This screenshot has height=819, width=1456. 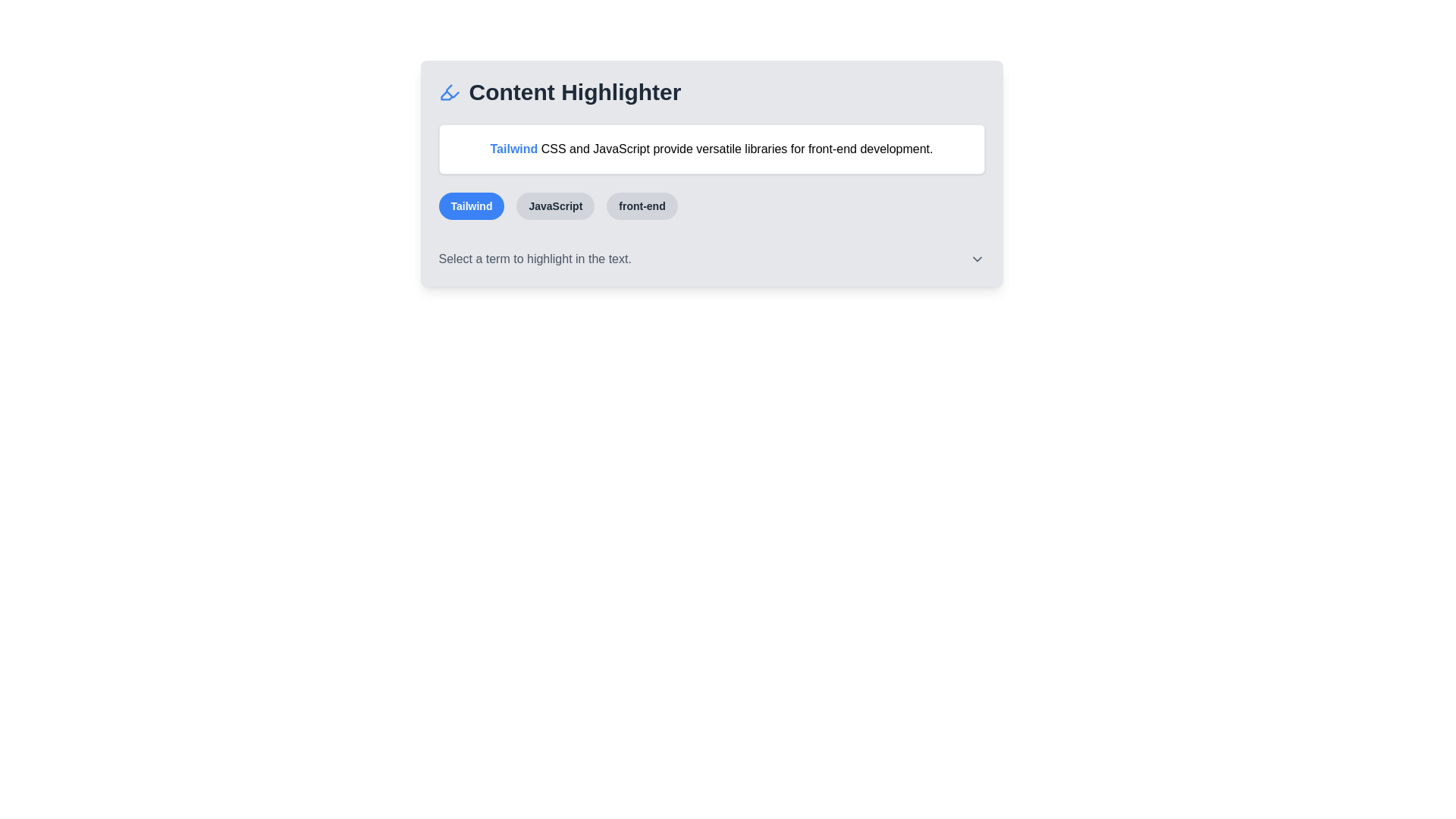 What do you see at coordinates (513, 149) in the screenshot?
I see `the text 'Tailwind', which is styled in blue and bold, located at the start of the sentence about front-end development technologies` at bounding box center [513, 149].